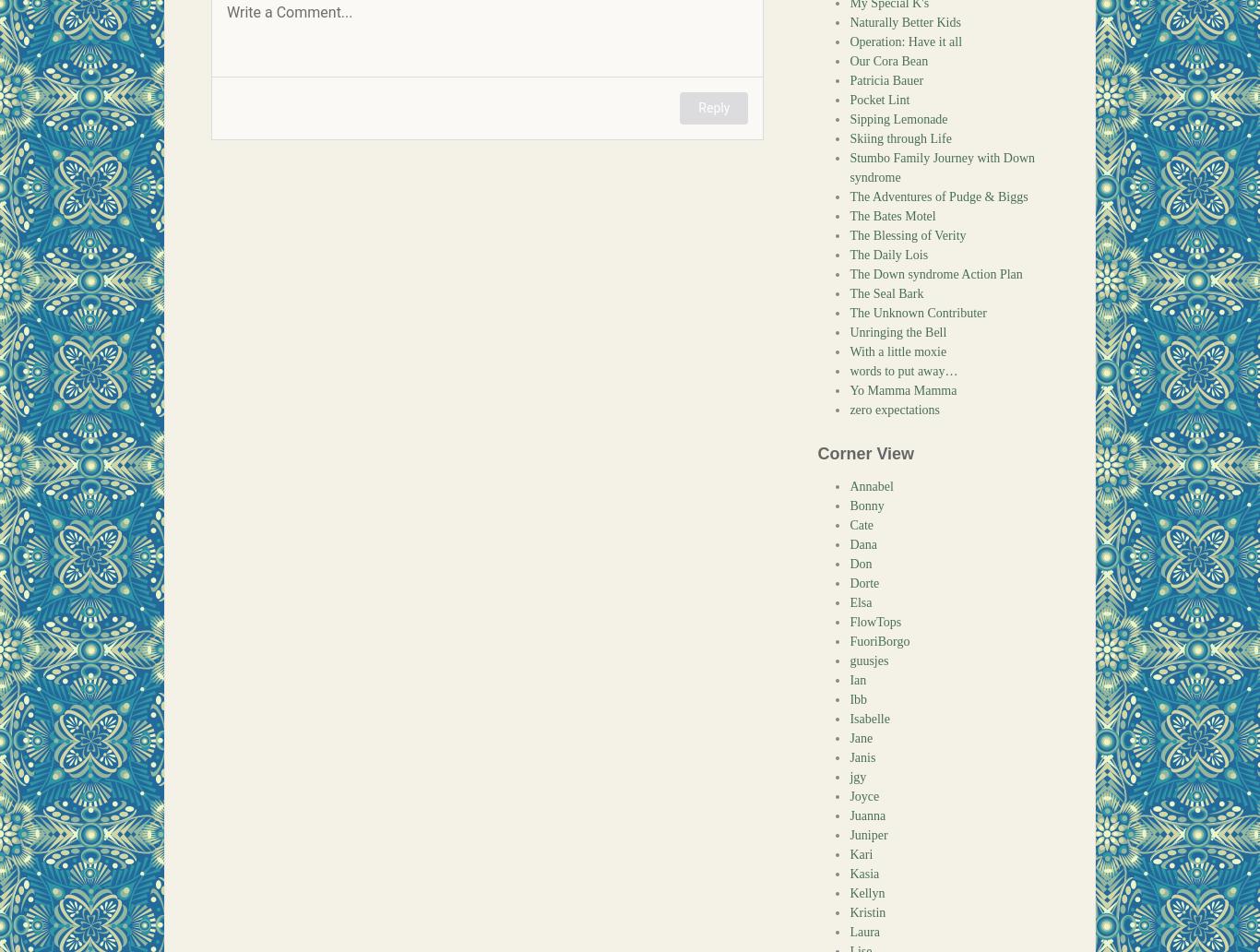  I want to click on 'Yo Mamma Mamma', so click(903, 389).